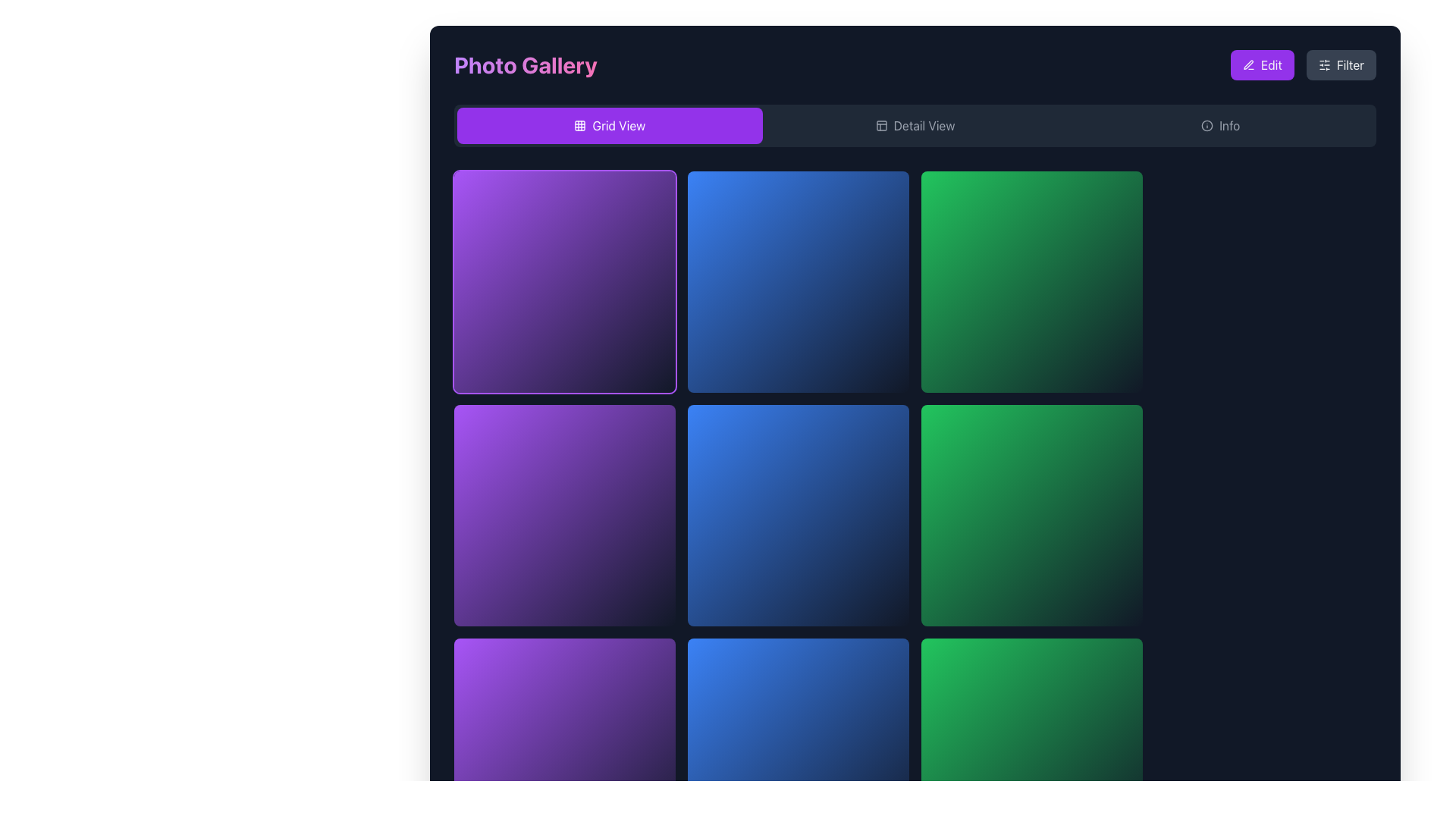 This screenshot has height=819, width=1456. Describe the element at coordinates (1207, 124) in the screenshot. I see `the information icon, which is a minimalistic gray SVG icon featuring a lowercase 'i', located to the left of the 'Info' text in the upper-right corner of the interface` at that location.